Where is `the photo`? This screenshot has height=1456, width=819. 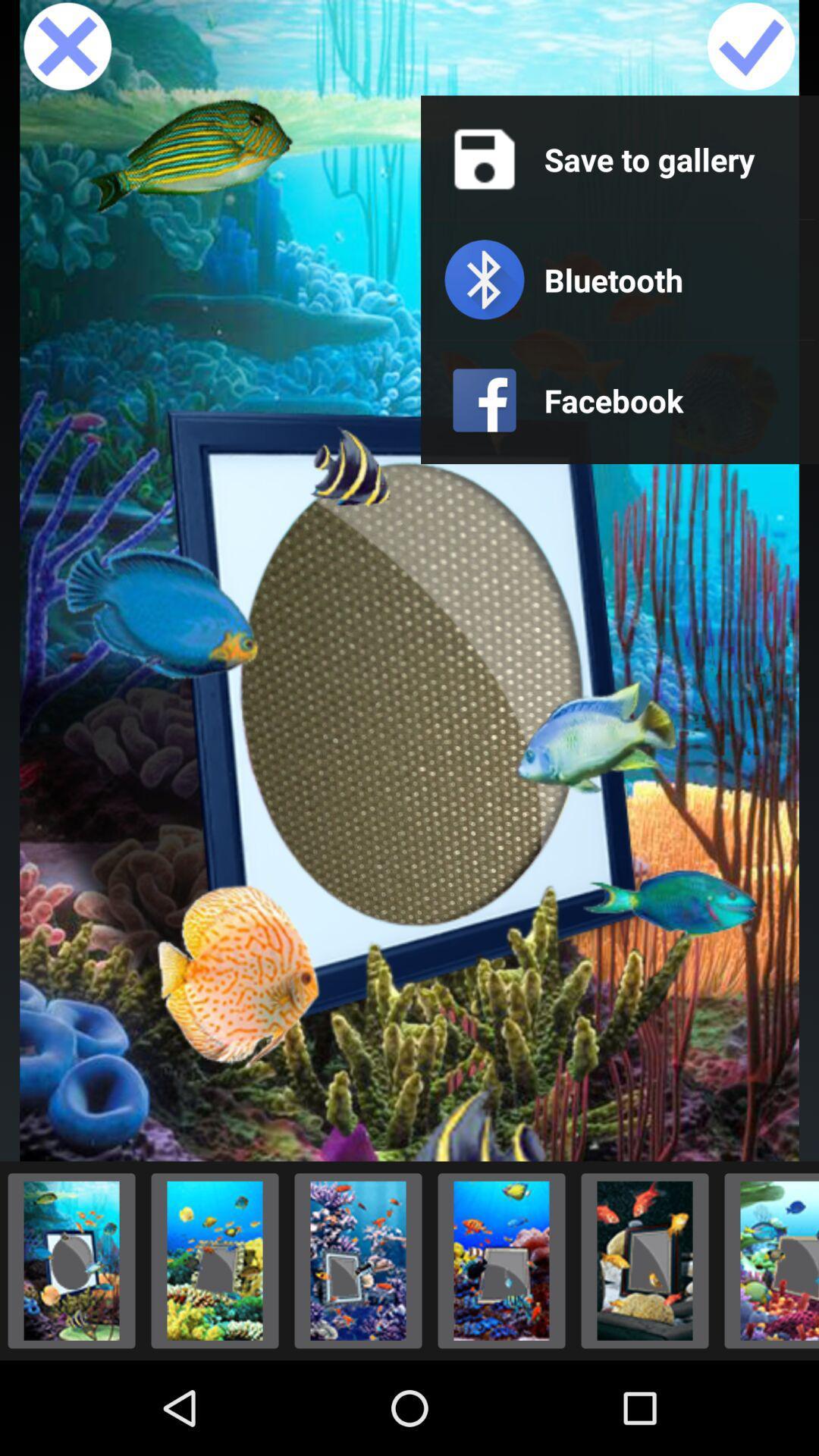 the photo is located at coordinates (501, 1260).